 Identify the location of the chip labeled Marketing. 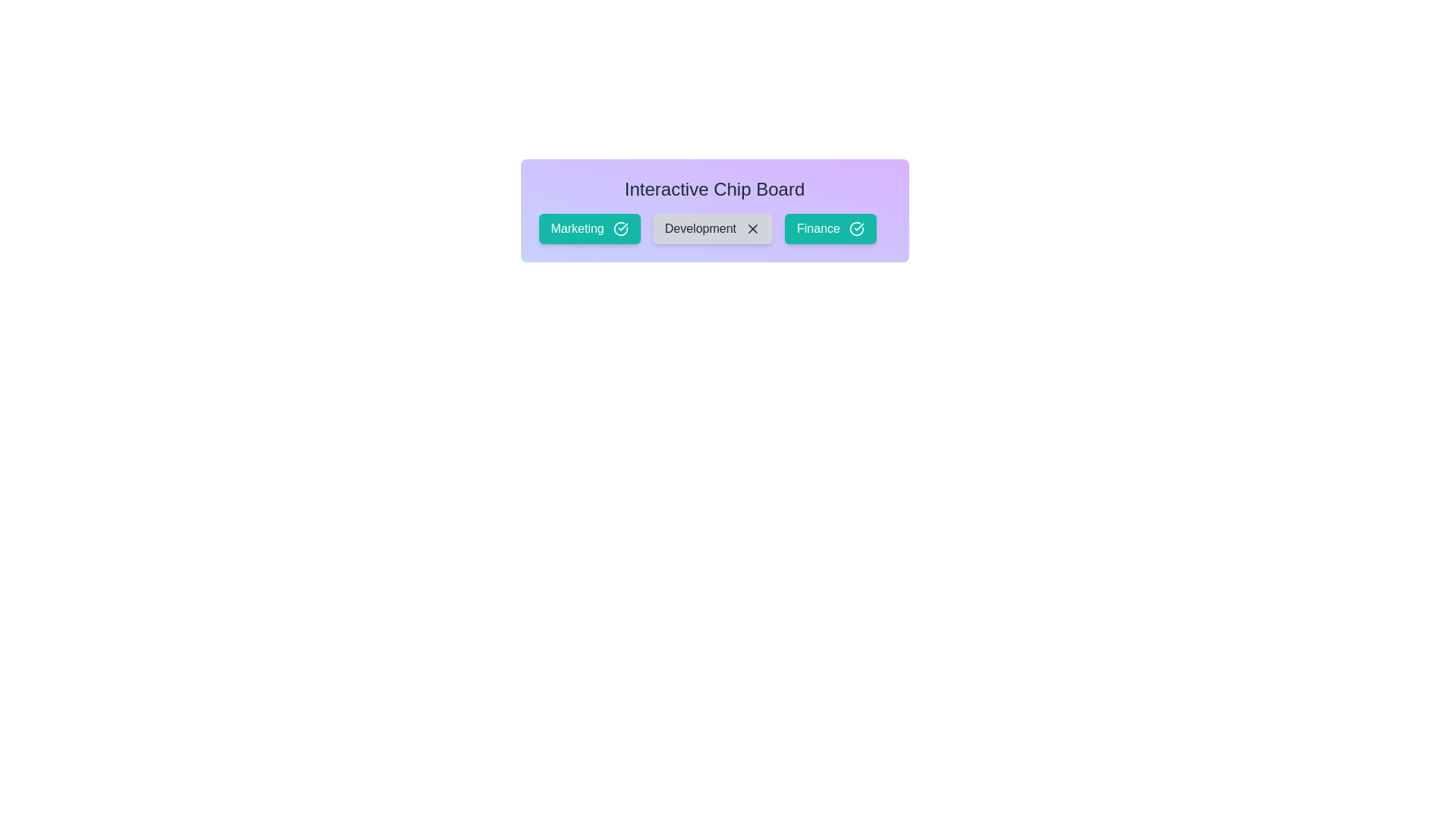
(588, 228).